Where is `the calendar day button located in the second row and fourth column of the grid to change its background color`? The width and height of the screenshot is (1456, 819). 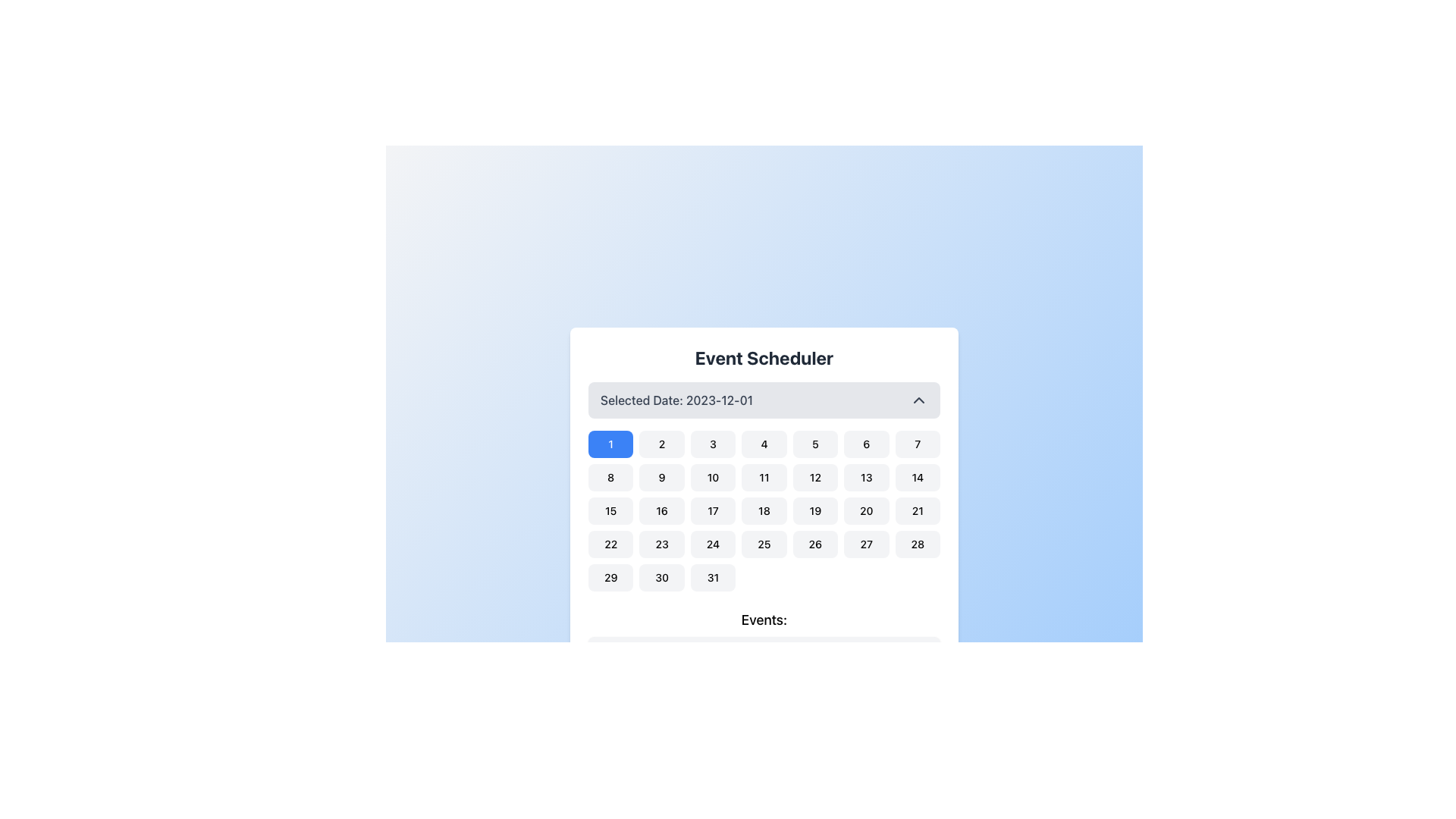
the calendar day button located in the second row and fourth column of the grid to change its background color is located at coordinates (764, 476).